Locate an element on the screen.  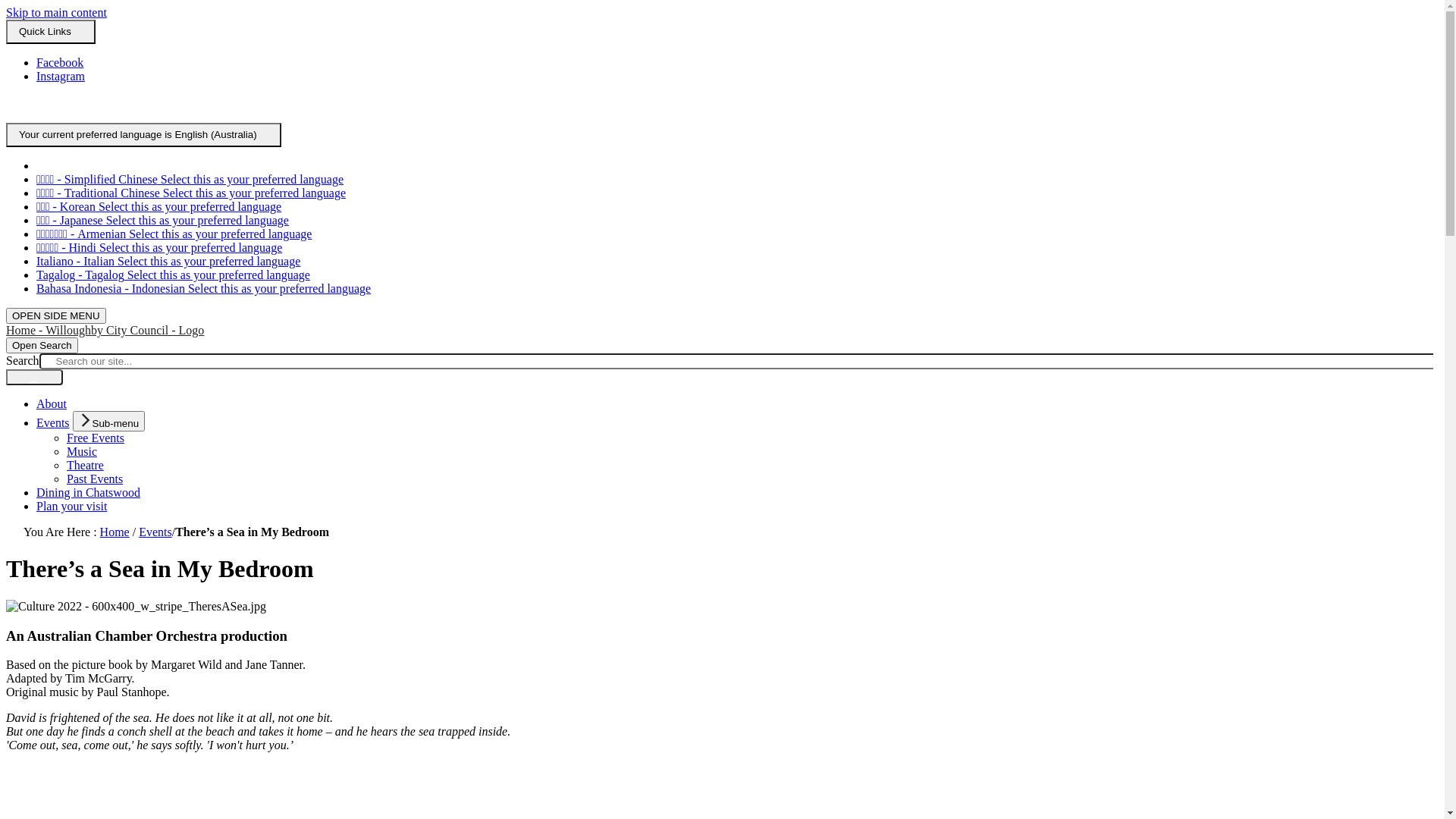
'Your current preferred language is English (Australia)' is located at coordinates (143, 133).